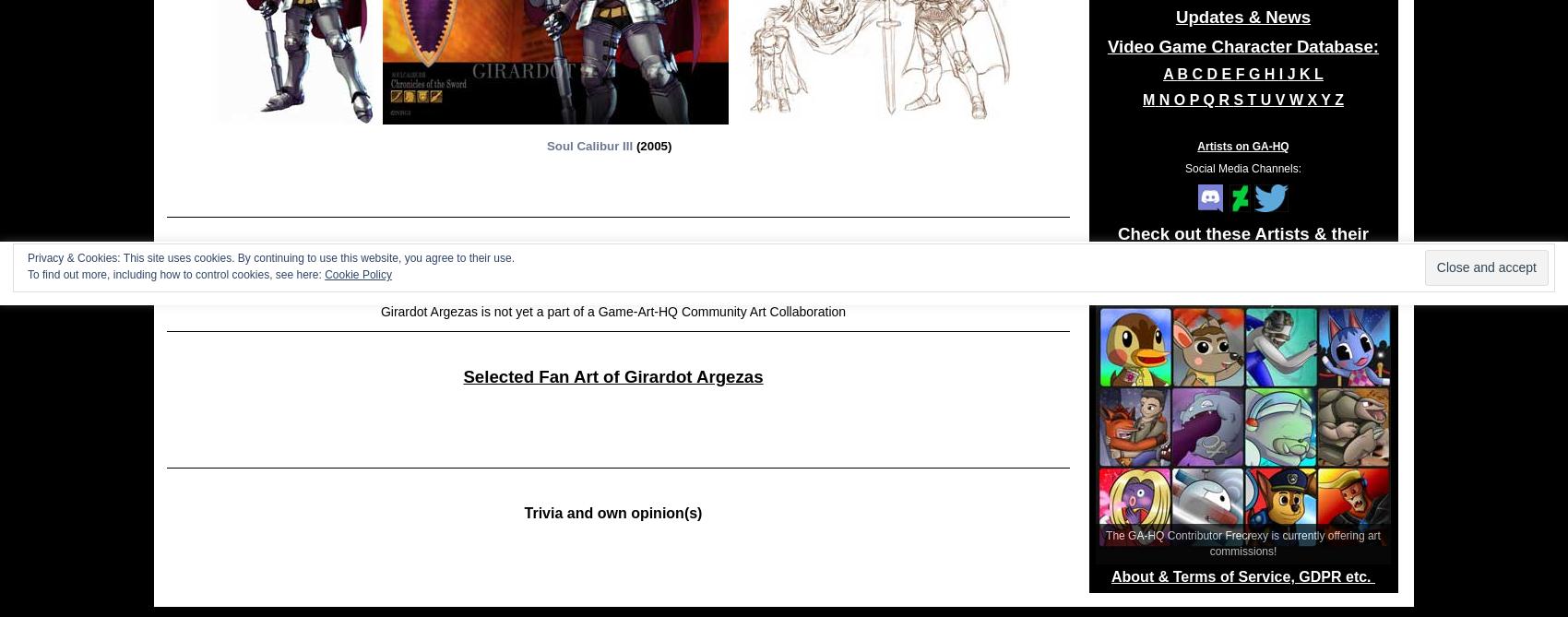  What do you see at coordinates (652, 145) in the screenshot?
I see `'(2005)'` at bounding box center [652, 145].